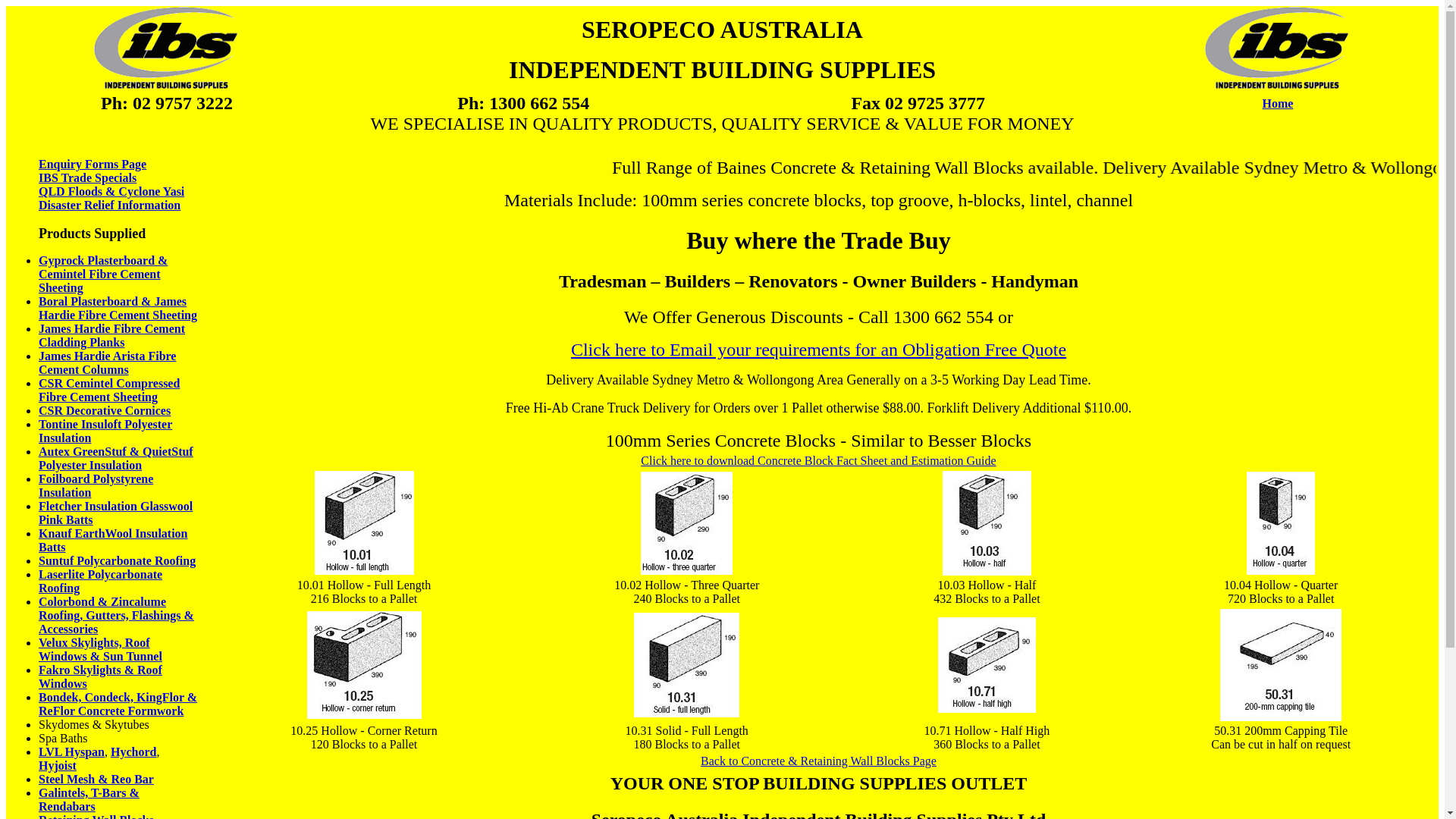 This screenshot has width=1456, height=819. Describe the element at coordinates (102, 274) in the screenshot. I see `'Gyprock Plasterboard & Cemintel Fibre Cement Sheeting'` at that location.